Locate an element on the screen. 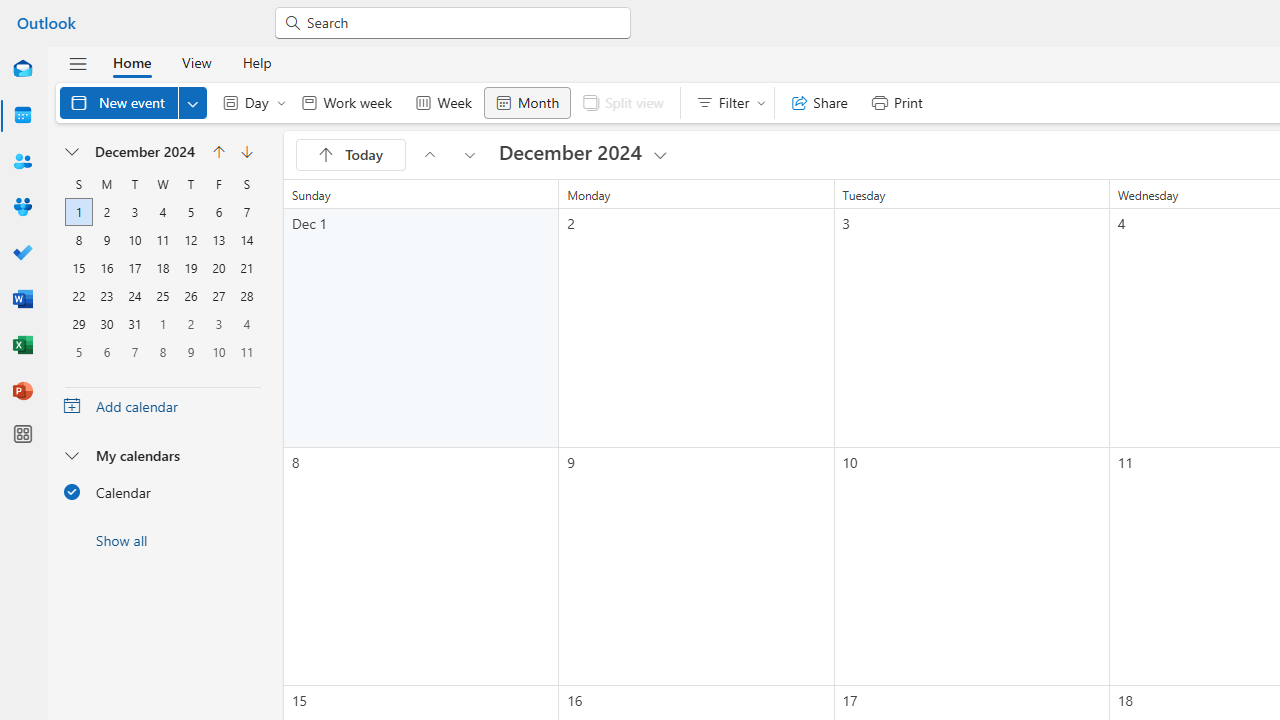 Image resolution: width=1280 pixels, height=720 pixels. '22, December, 2024' is located at coordinates (78, 296).